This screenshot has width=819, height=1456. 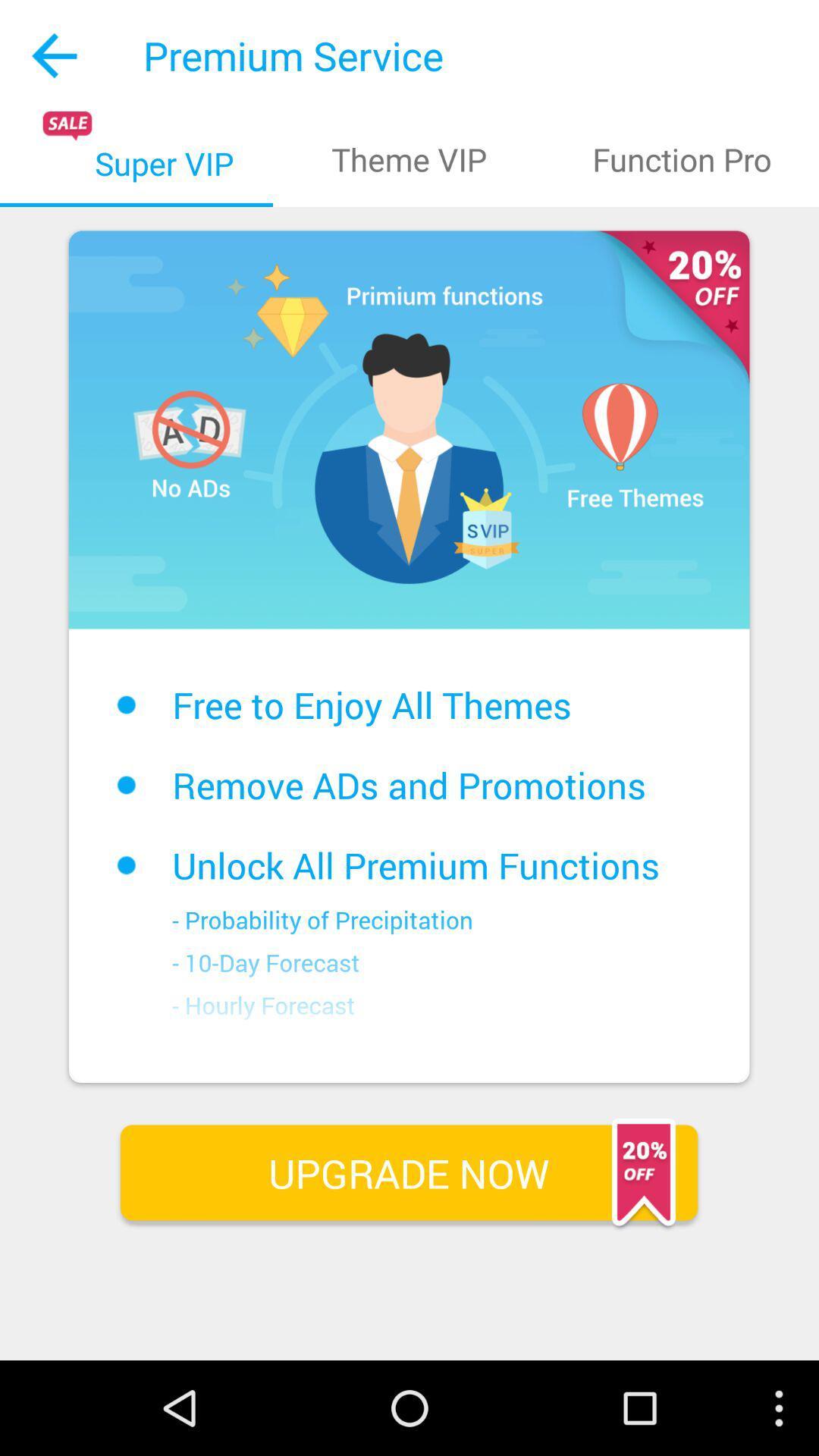 I want to click on the icon to the left of the premium service app, so click(x=55, y=55).